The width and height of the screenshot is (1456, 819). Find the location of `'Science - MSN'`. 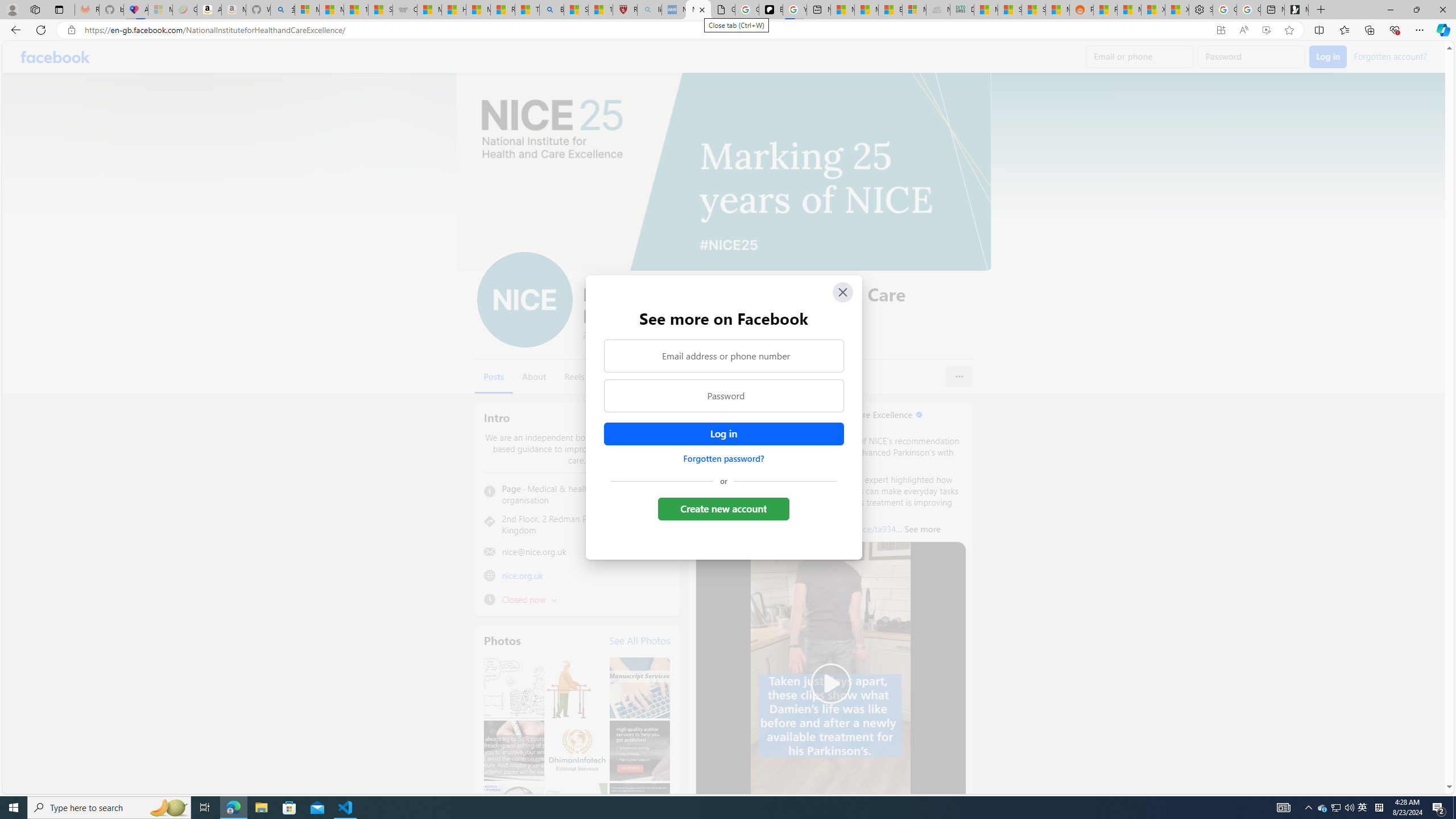

'Science - MSN' is located at coordinates (575, 9).